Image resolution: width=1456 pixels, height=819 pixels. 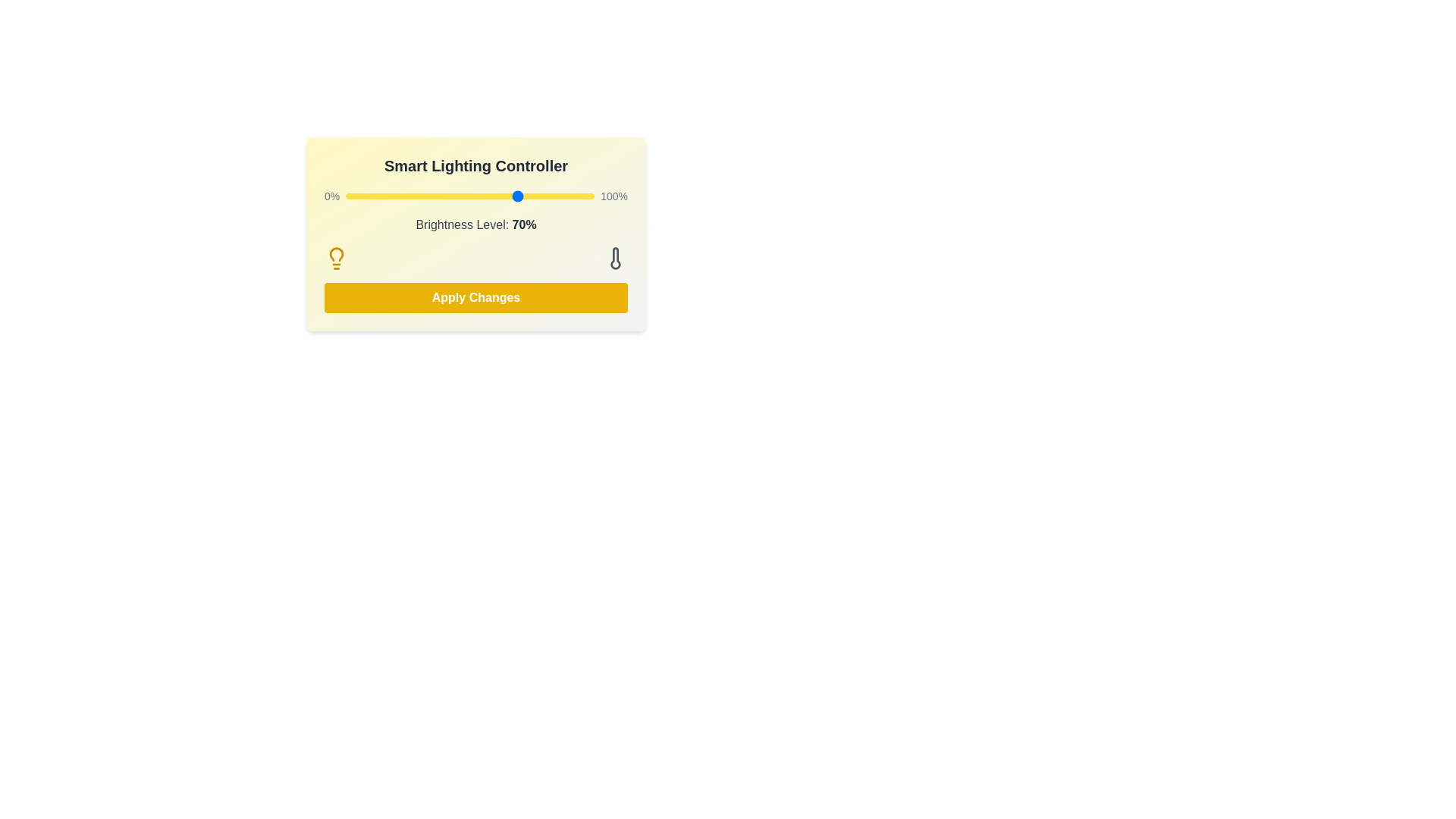 I want to click on the brightness slider to set the brightness to 0%, so click(x=345, y=195).